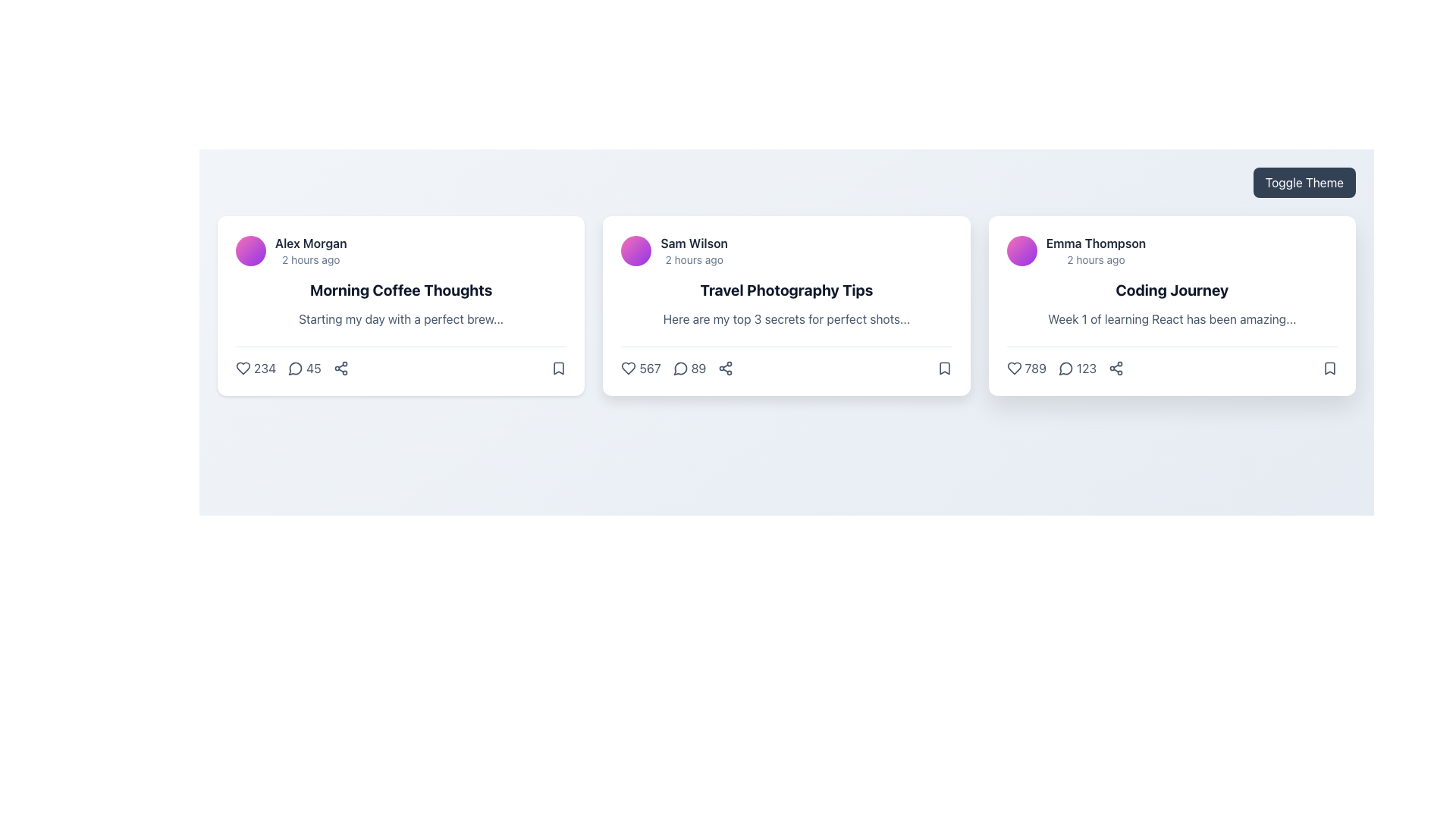  Describe the element at coordinates (295, 369) in the screenshot. I see `the small circular speech bubble icon located between the like icon and the share icon at the bottom of the 'Morning Coffee Thoughts' card` at that location.